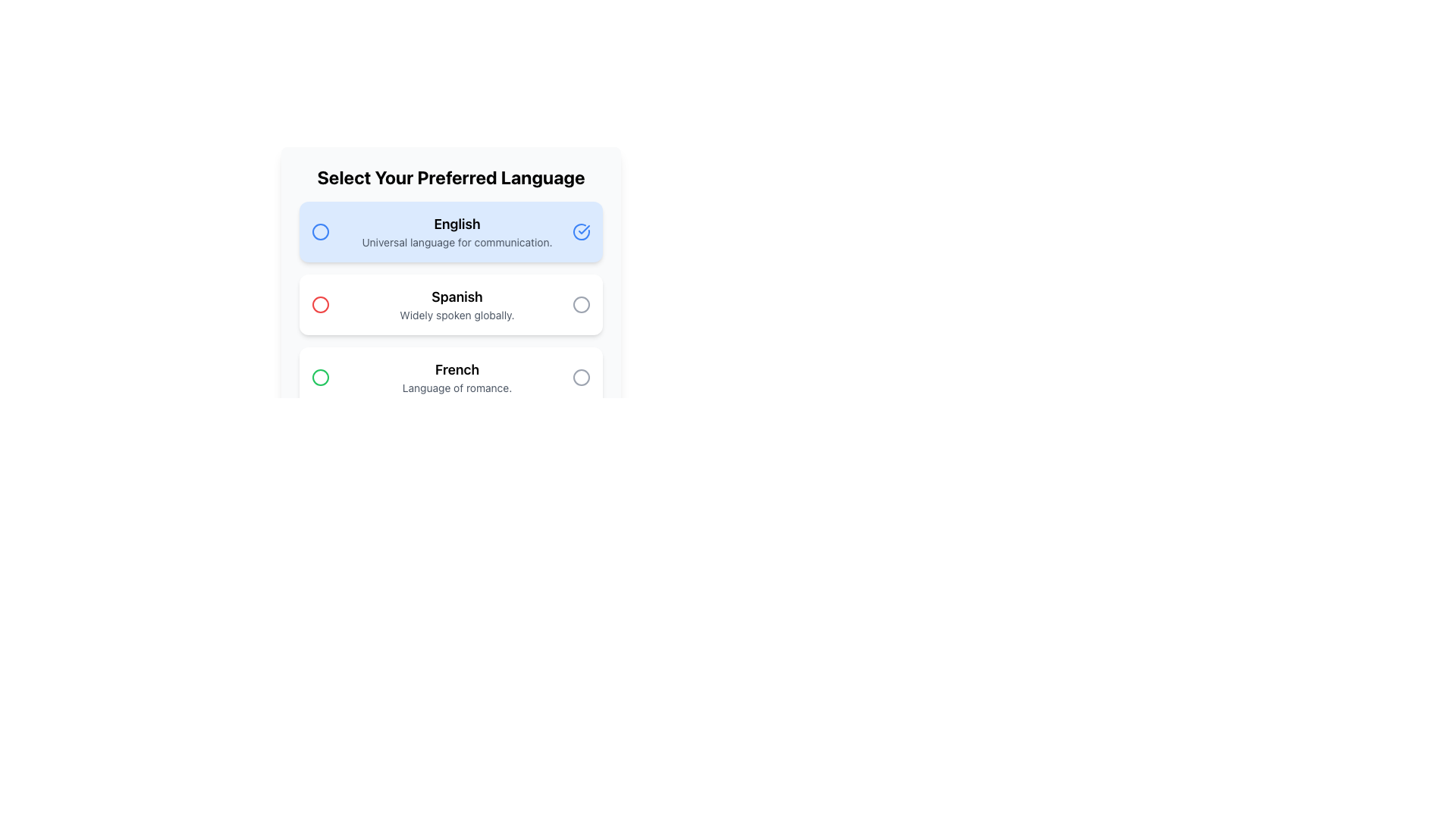 The width and height of the screenshot is (1456, 819). What do you see at coordinates (450, 304) in the screenshot?
I see `the 'Spanish' radio button in the language preference selector by tapping on it` at bounding box center [450, 304].